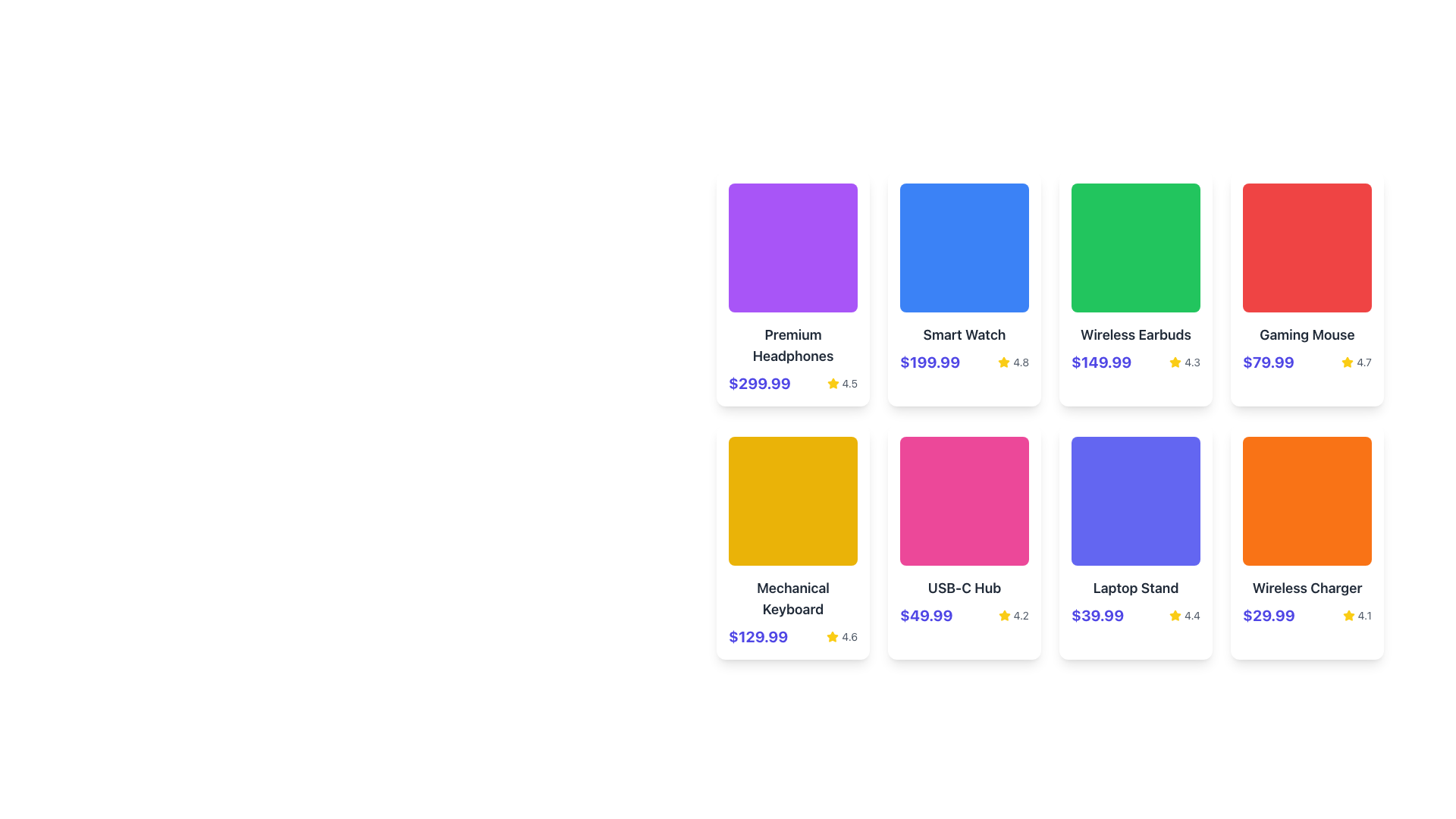 The width and height of the screenshot is (1456, 819). Describe the element at coordinates (1004, 362) in the screenshot. I see `the yellow star icon in the bottom-right corner of the 'Smart Watch' product card to interact with the rating feature` at that location.